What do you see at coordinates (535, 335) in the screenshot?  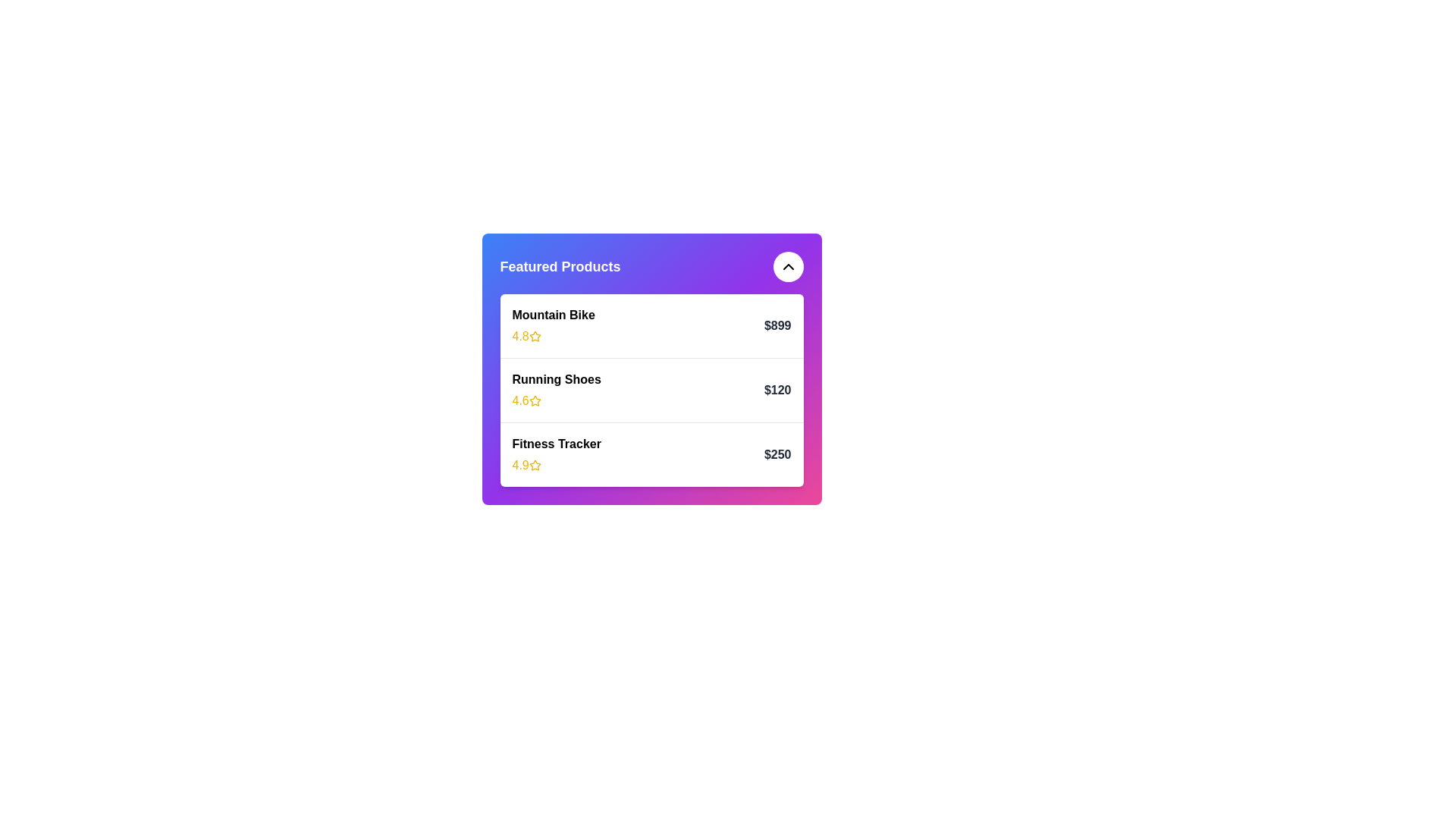 I see `the star-shaped yellow icon located to the right of the text '4.8' in the 'Mountain Bike' row of the featured products card` at bounding box center [535, 335].